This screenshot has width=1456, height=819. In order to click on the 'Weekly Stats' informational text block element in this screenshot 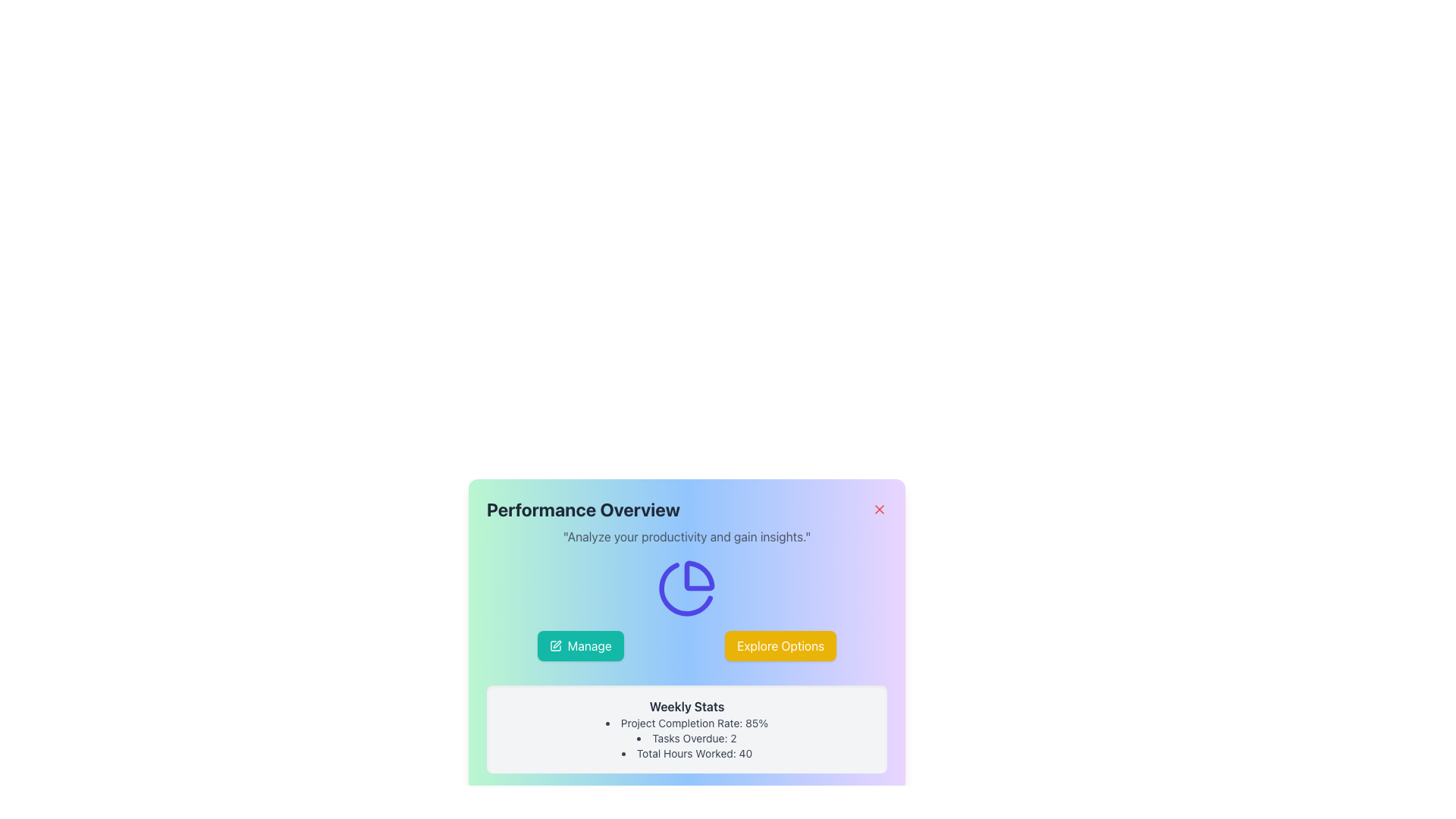, I will do `click(686, 728)`.